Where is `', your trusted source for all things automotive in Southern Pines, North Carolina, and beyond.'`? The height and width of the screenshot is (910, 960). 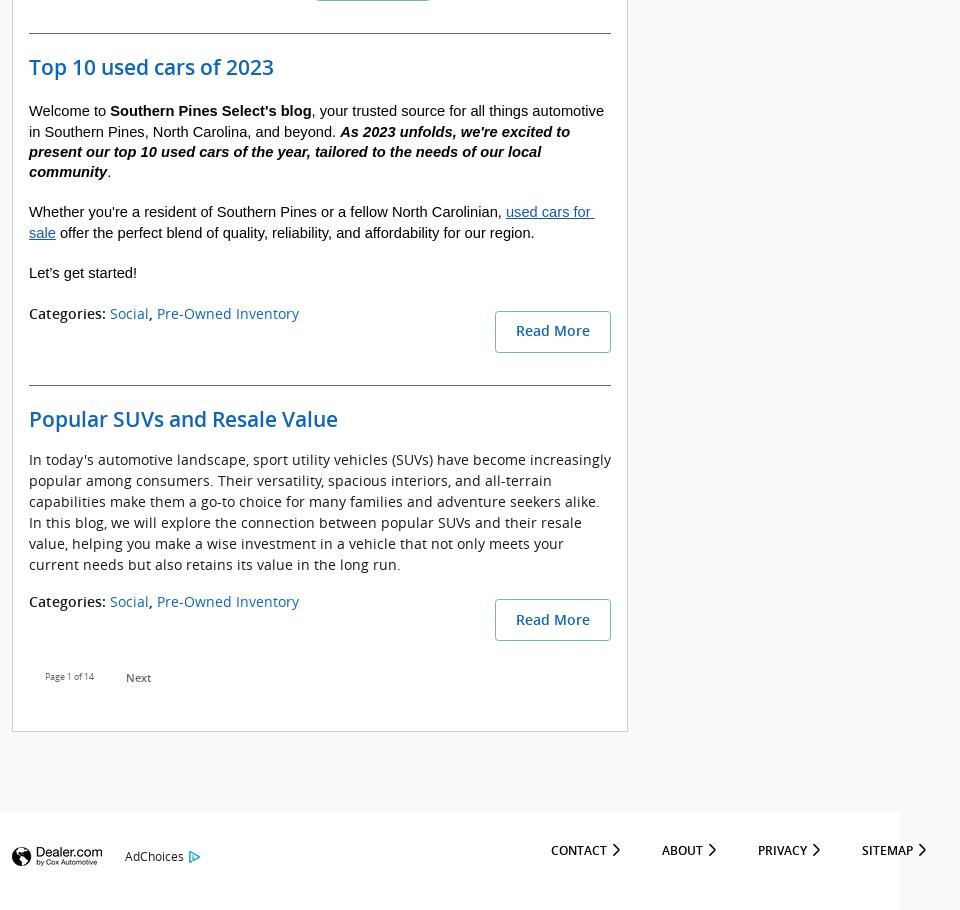 ', your trusted source for all things automotive in Southern Pines, North Carolina, and beyond.' is located at coordinates (318, 121).